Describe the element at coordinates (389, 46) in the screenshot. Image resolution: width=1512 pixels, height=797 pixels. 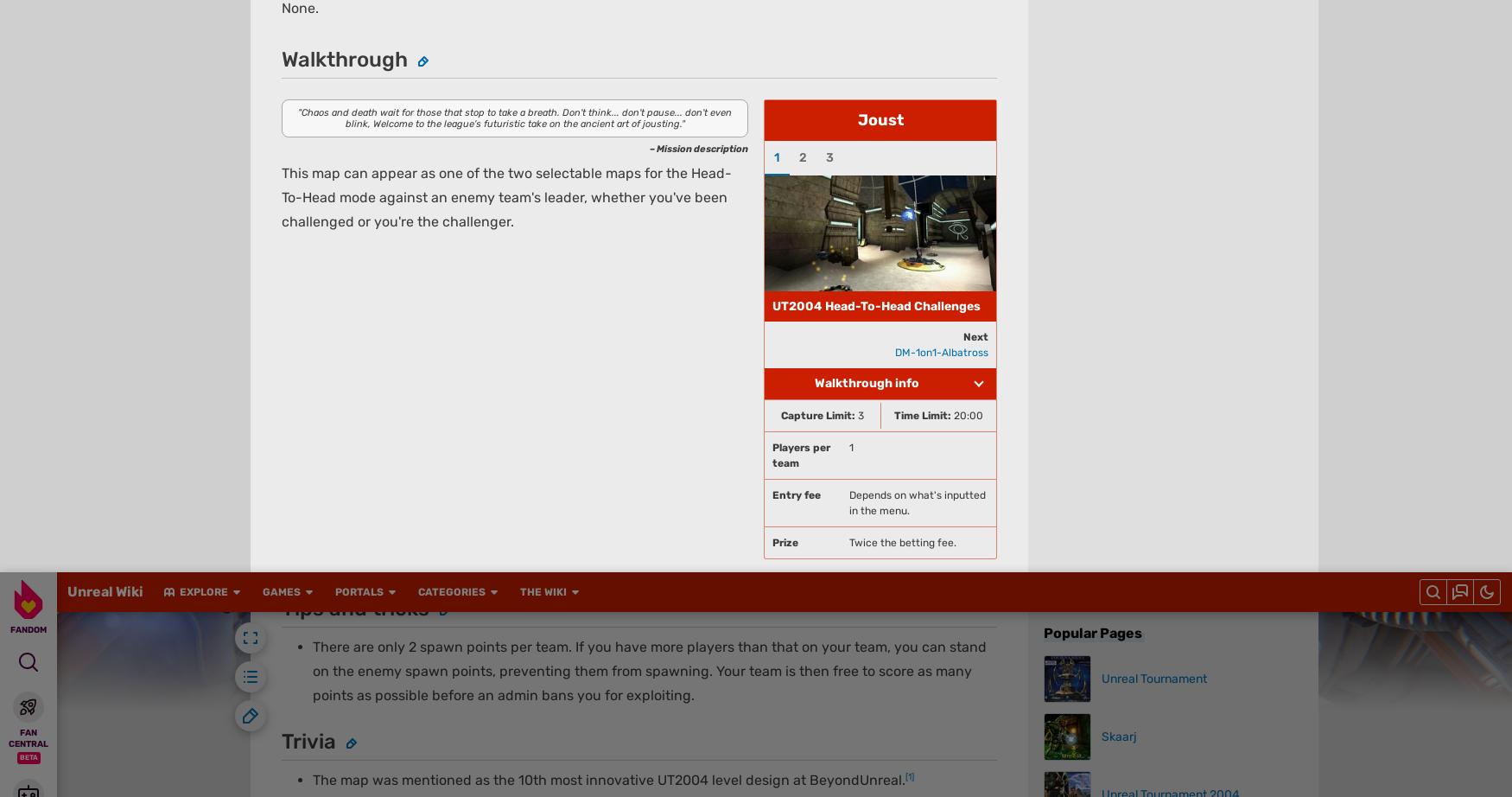
I see `'Follow Us'` at that location.